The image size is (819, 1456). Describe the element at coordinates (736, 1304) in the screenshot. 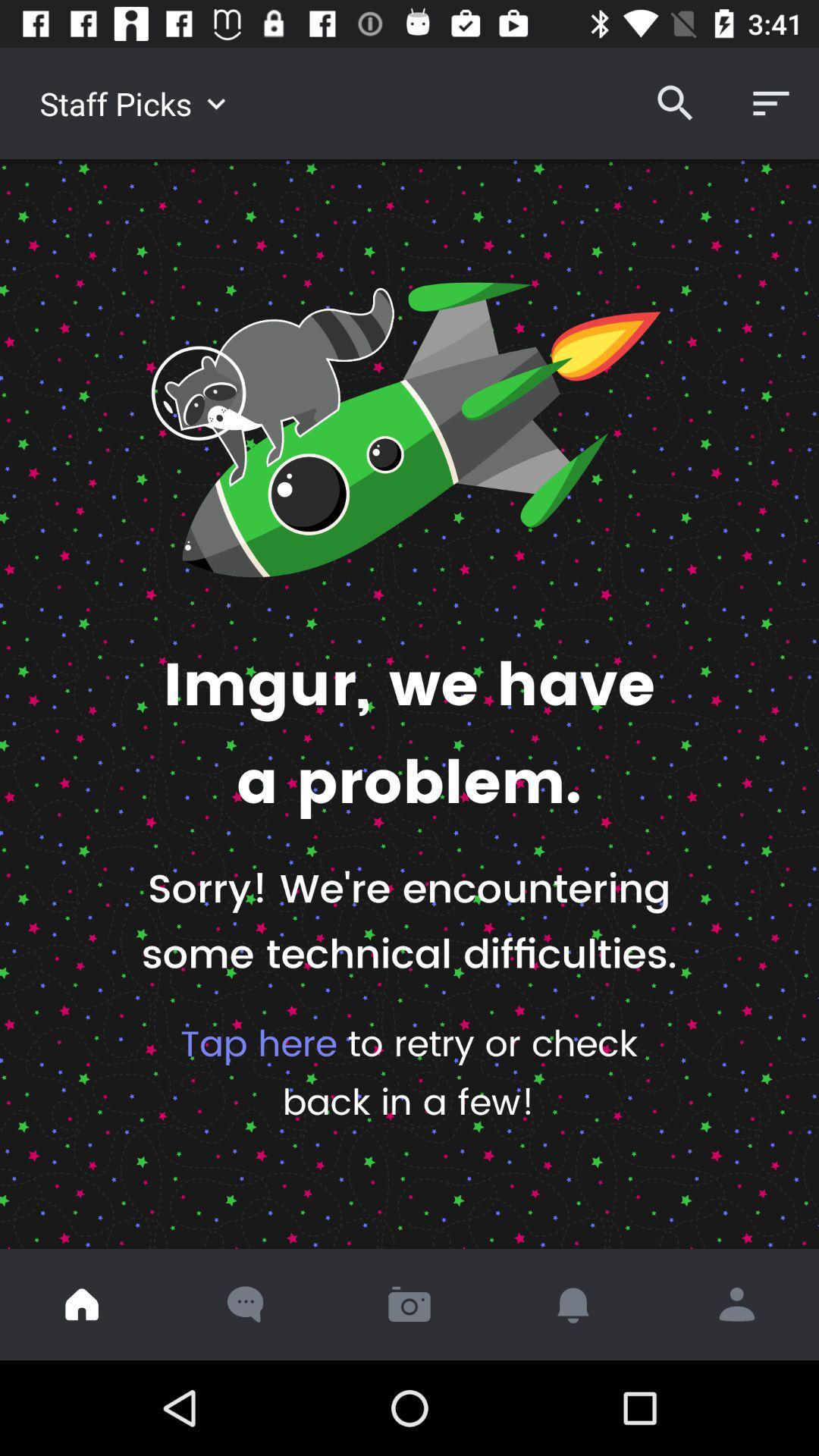

I see `its button that goes into your profile page` at that location.